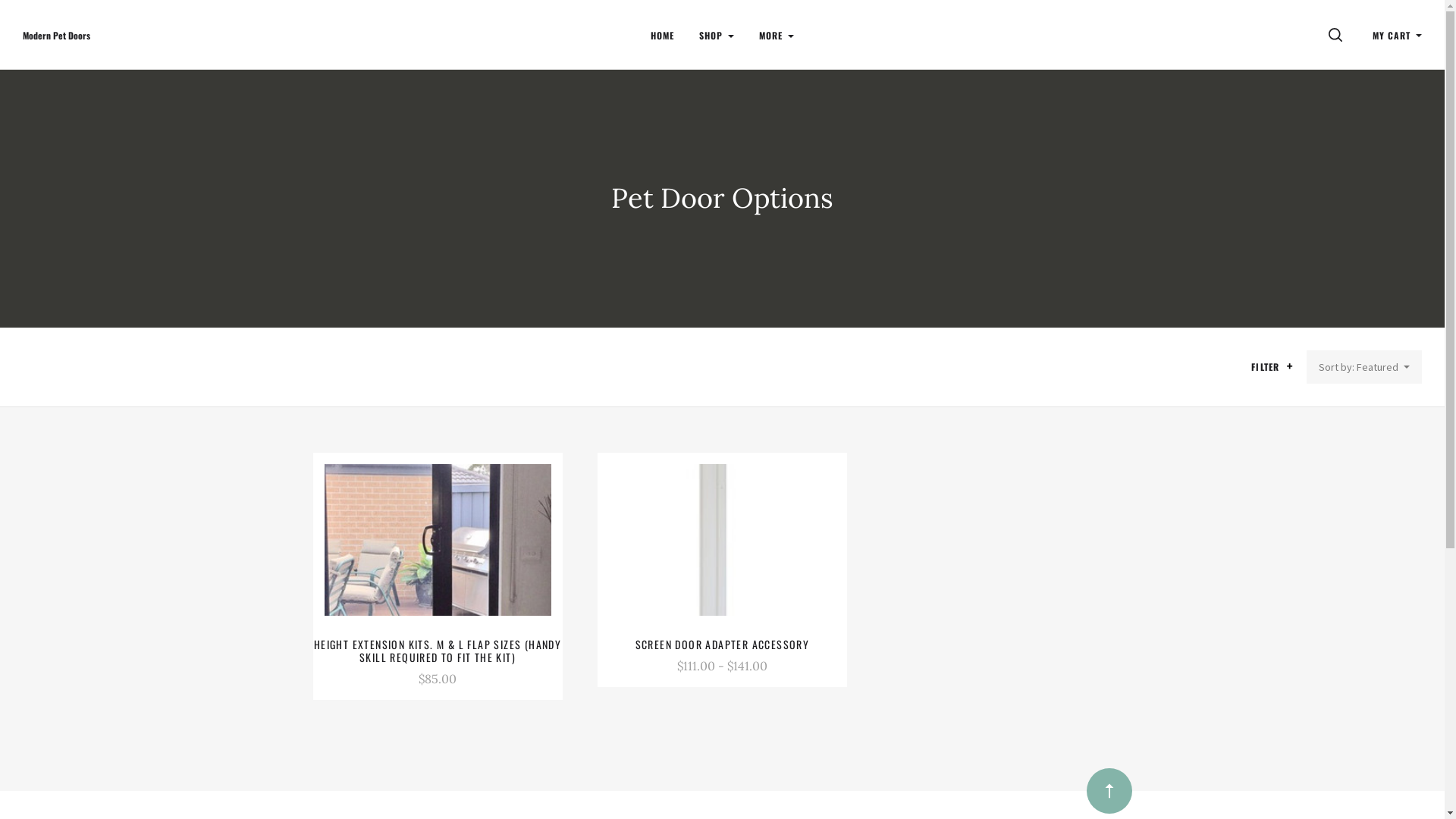  I want to click on 'HOME', so click(662, 34).